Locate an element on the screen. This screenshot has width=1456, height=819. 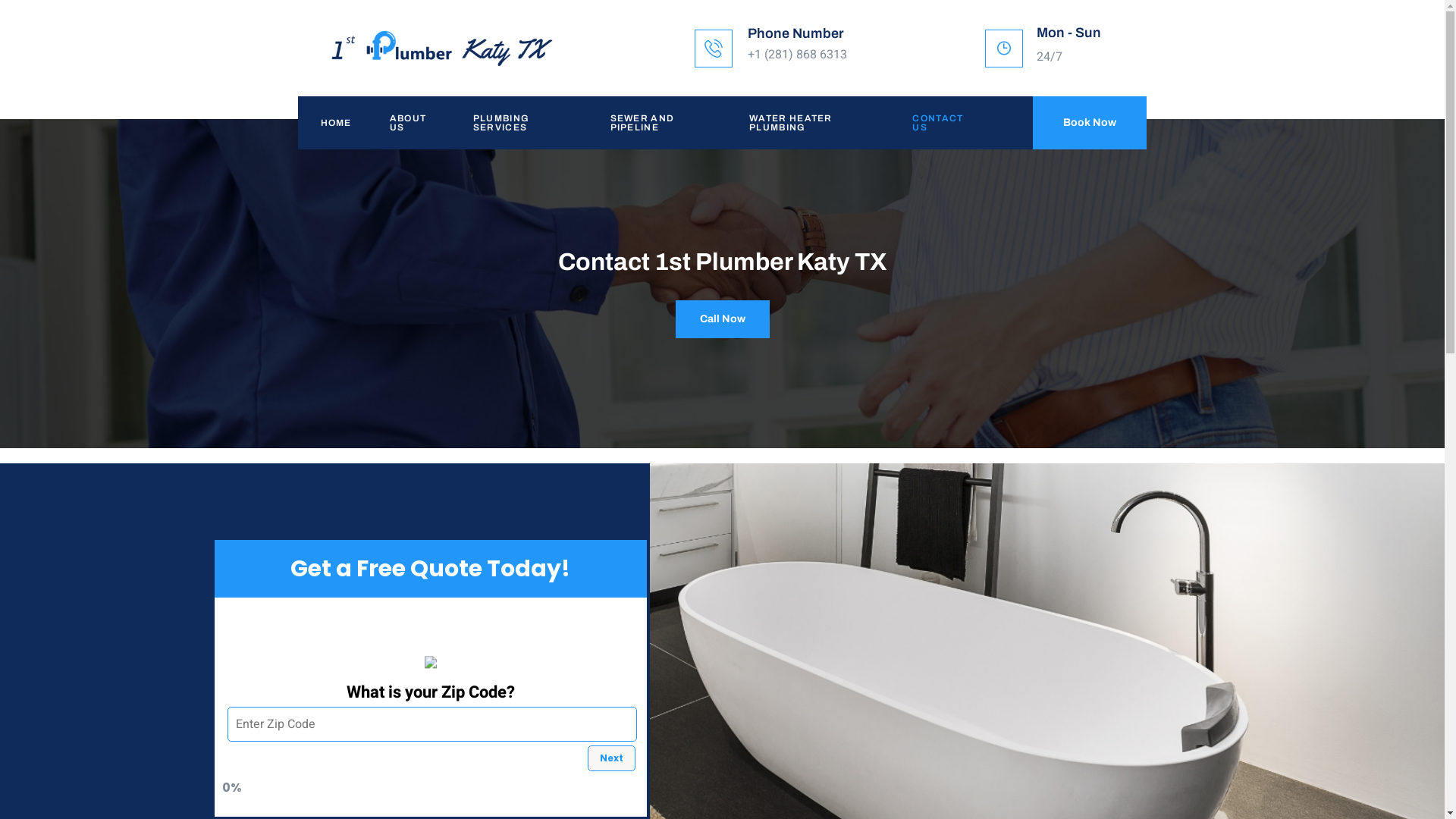
'WATER HEATER PLUMBING' is located at coordinates (726, 122).